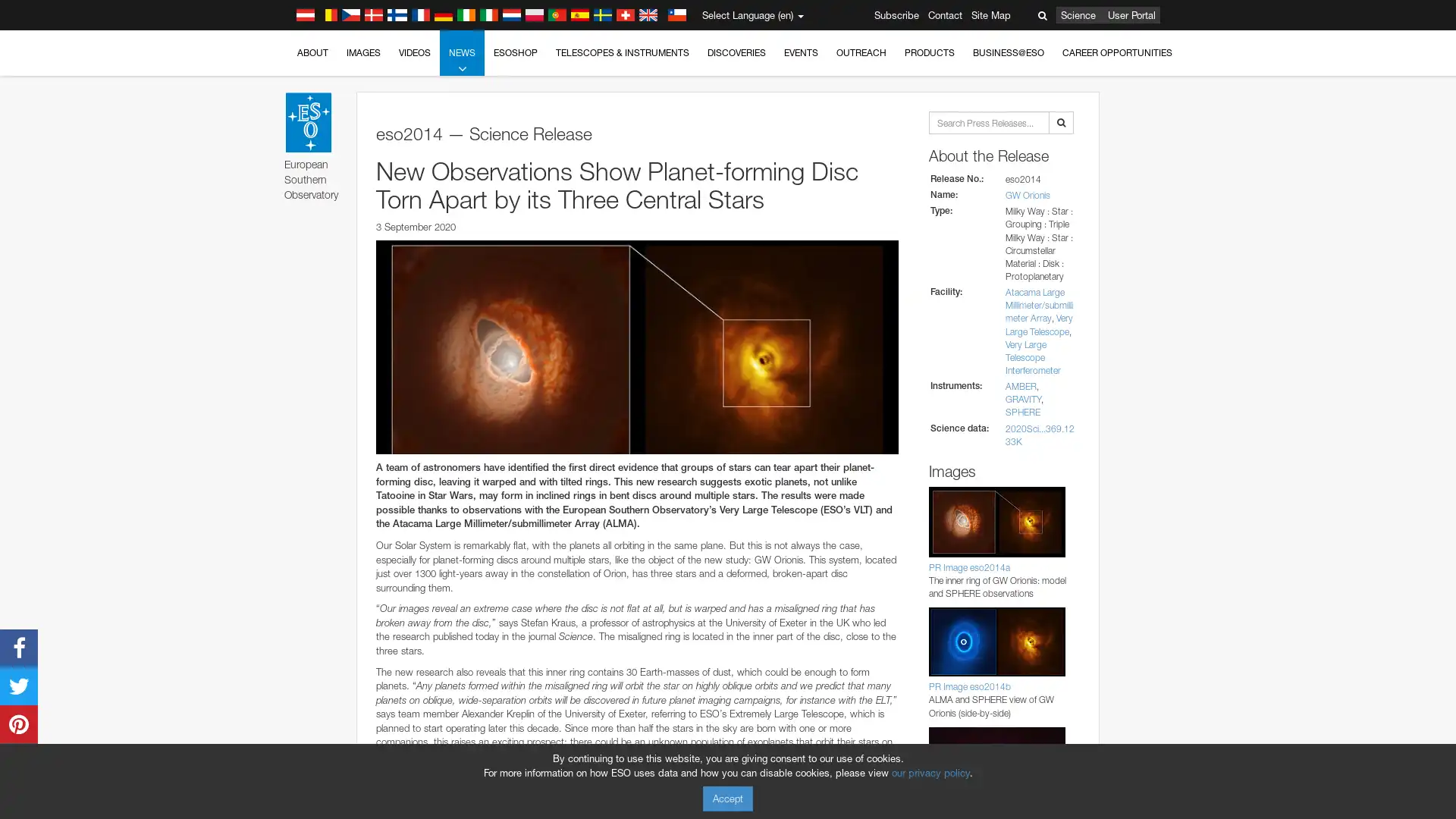 The height and width of the screenshot is (819, 1456). What do you see at coordinates (728, 798) in the screenshot?
I see `Accept` at bounding box center [728, 798].